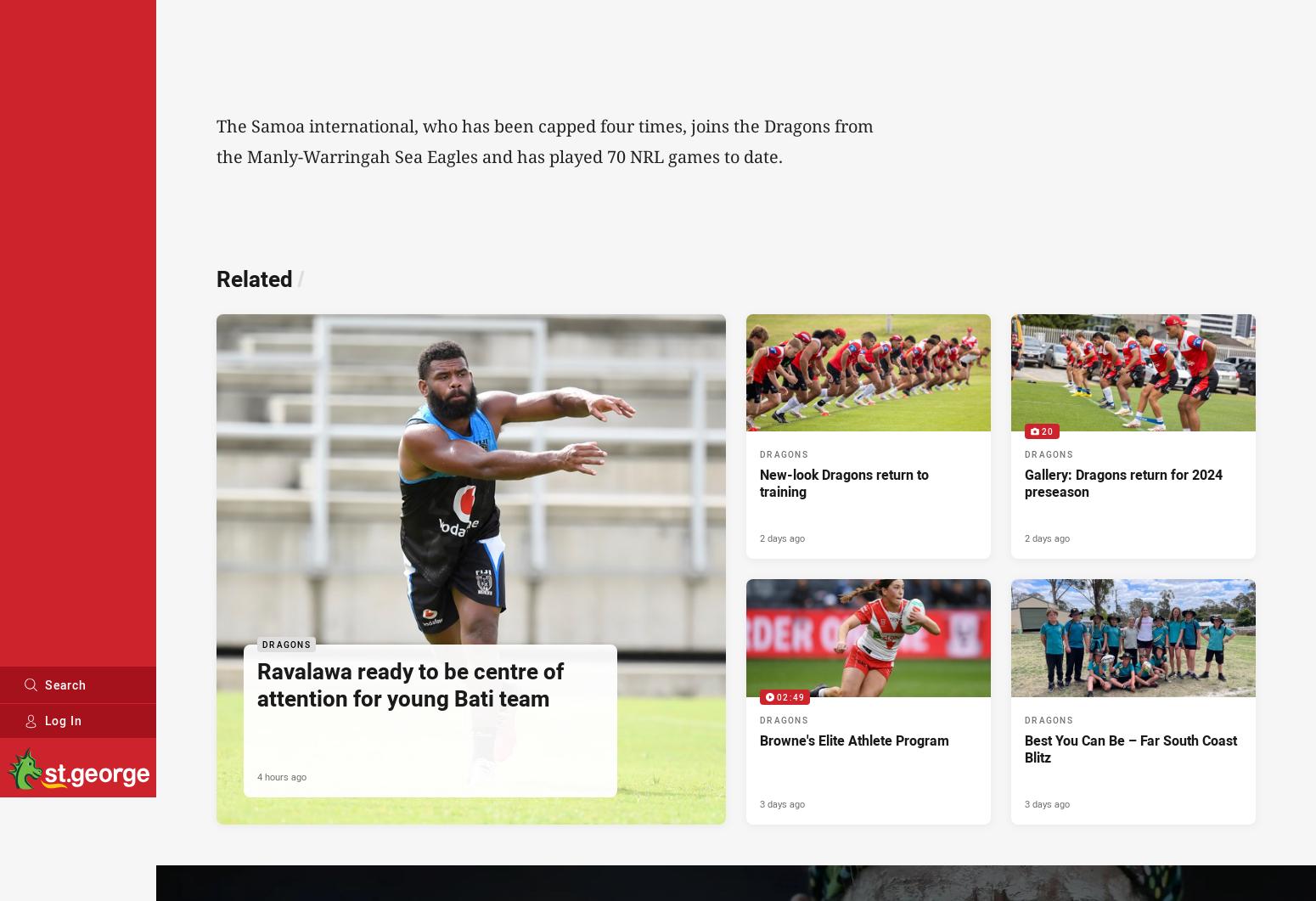 The height and width of the screenshot is (901, 1316). What do you see at coordinates (1024, 482) in the screenshot?
I see `'Gallery: Dragons return for 2024 preseason'` at bounding box center [1024, 482].